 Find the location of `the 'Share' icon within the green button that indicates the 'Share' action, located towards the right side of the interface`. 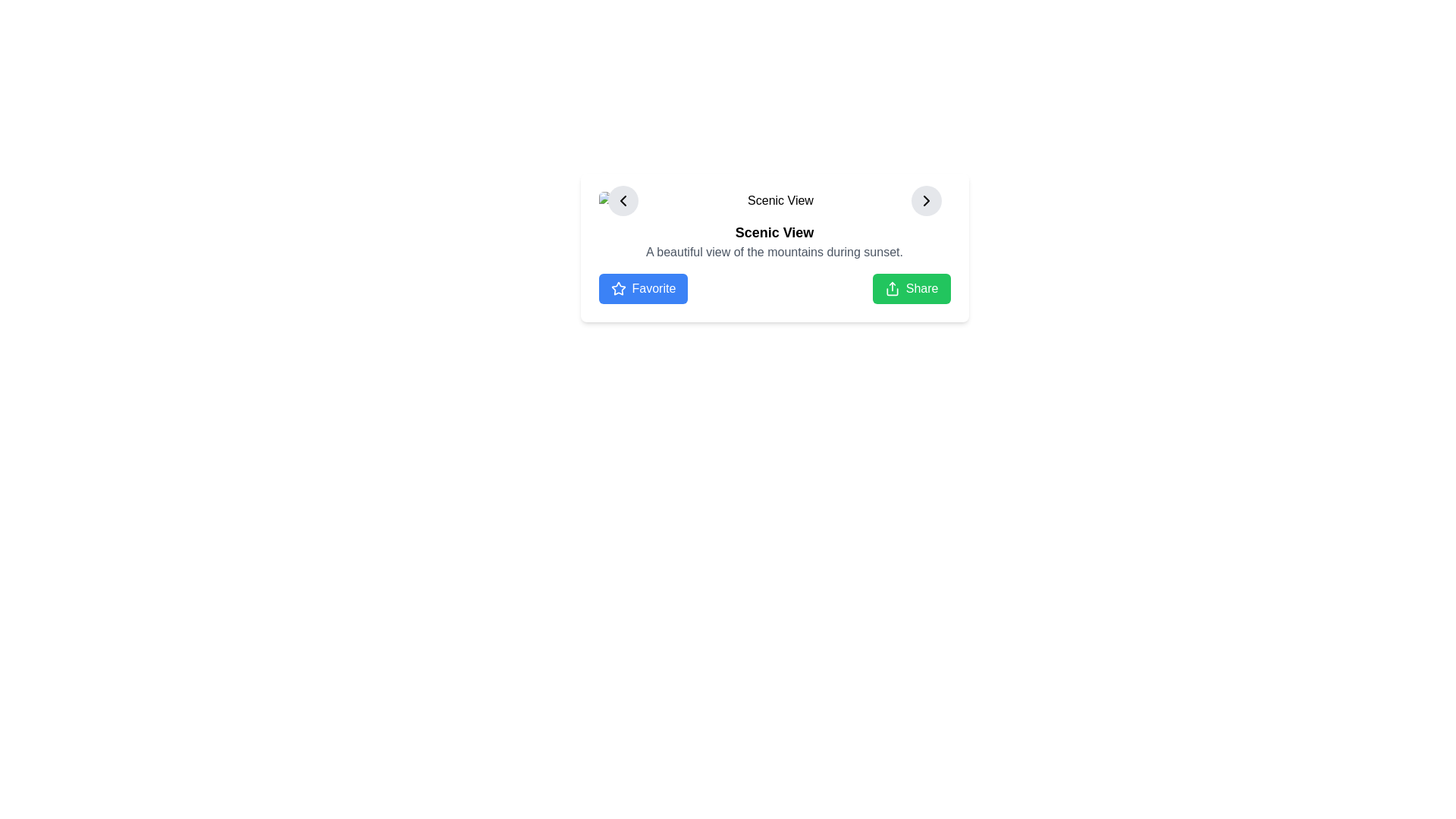

the 'Share' icon within the green button that indicates the 'Share' action, located towards the right side of the interface is located at coordinates (892, 289).